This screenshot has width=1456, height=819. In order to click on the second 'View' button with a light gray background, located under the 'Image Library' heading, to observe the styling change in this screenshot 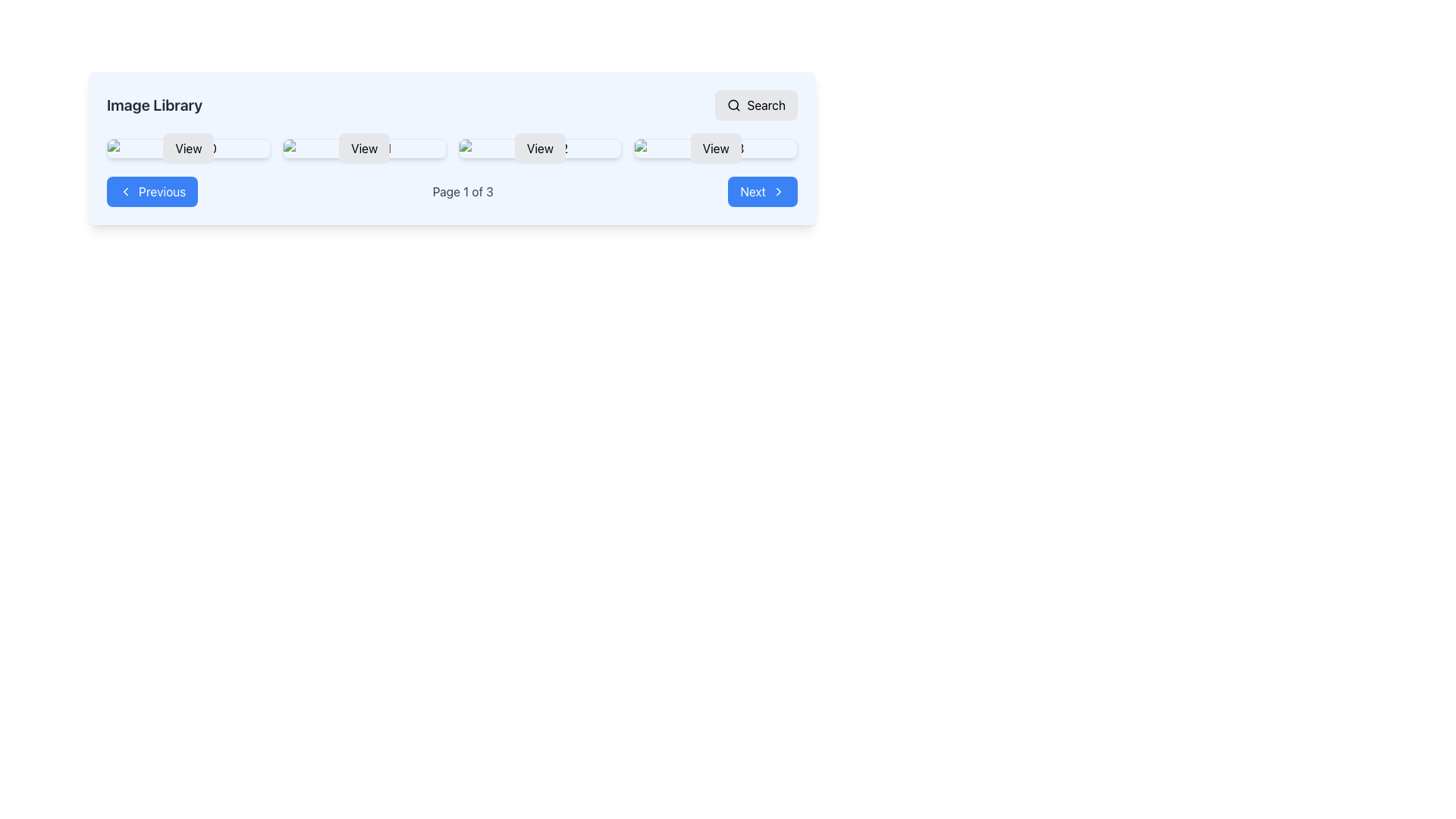, I will do `click(364, 149)`.